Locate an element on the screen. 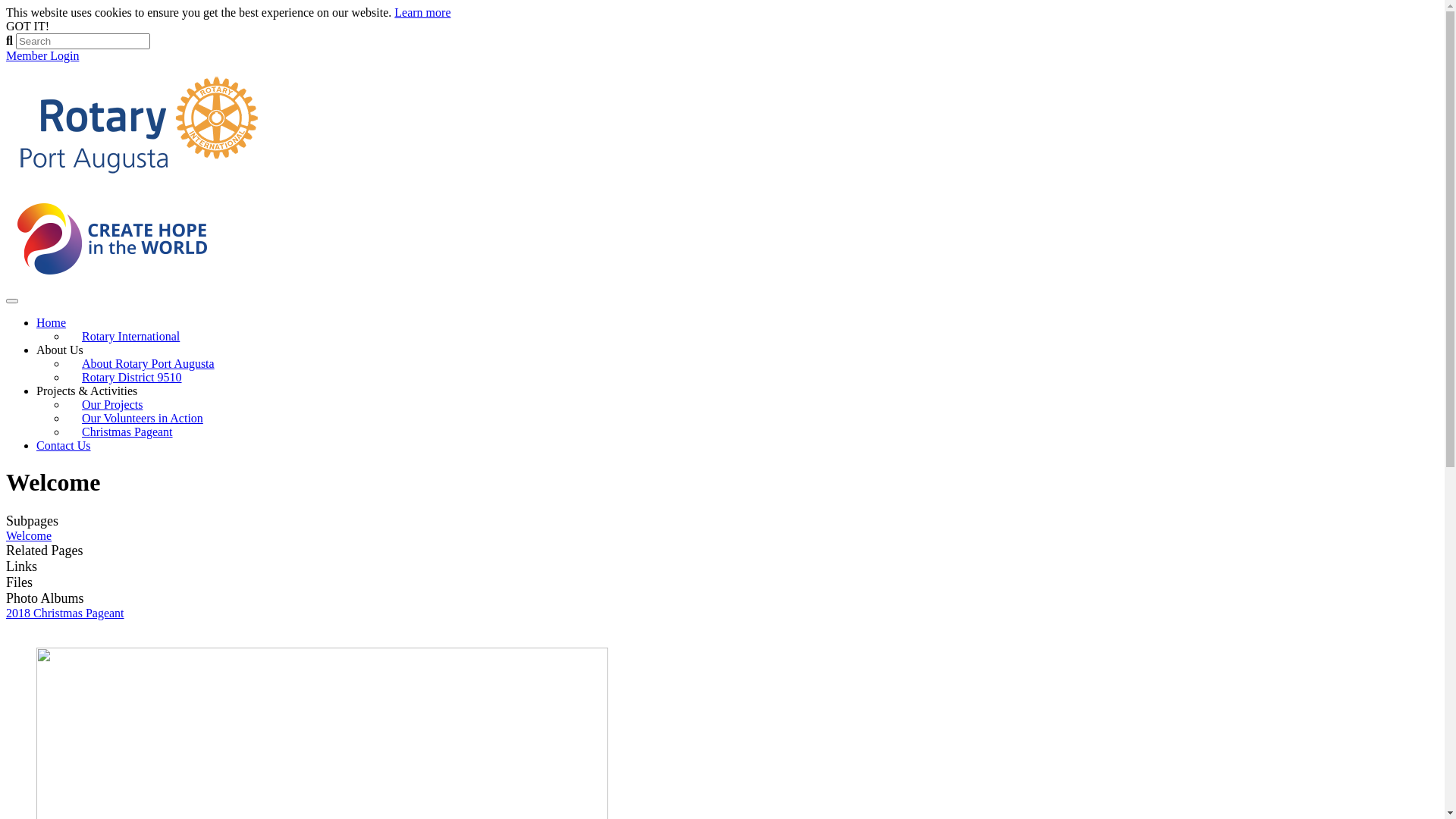 Image resolution: width=1456 pixels, height=819 pixels. 'GOT IT!' is located at coordinates (27, 26).